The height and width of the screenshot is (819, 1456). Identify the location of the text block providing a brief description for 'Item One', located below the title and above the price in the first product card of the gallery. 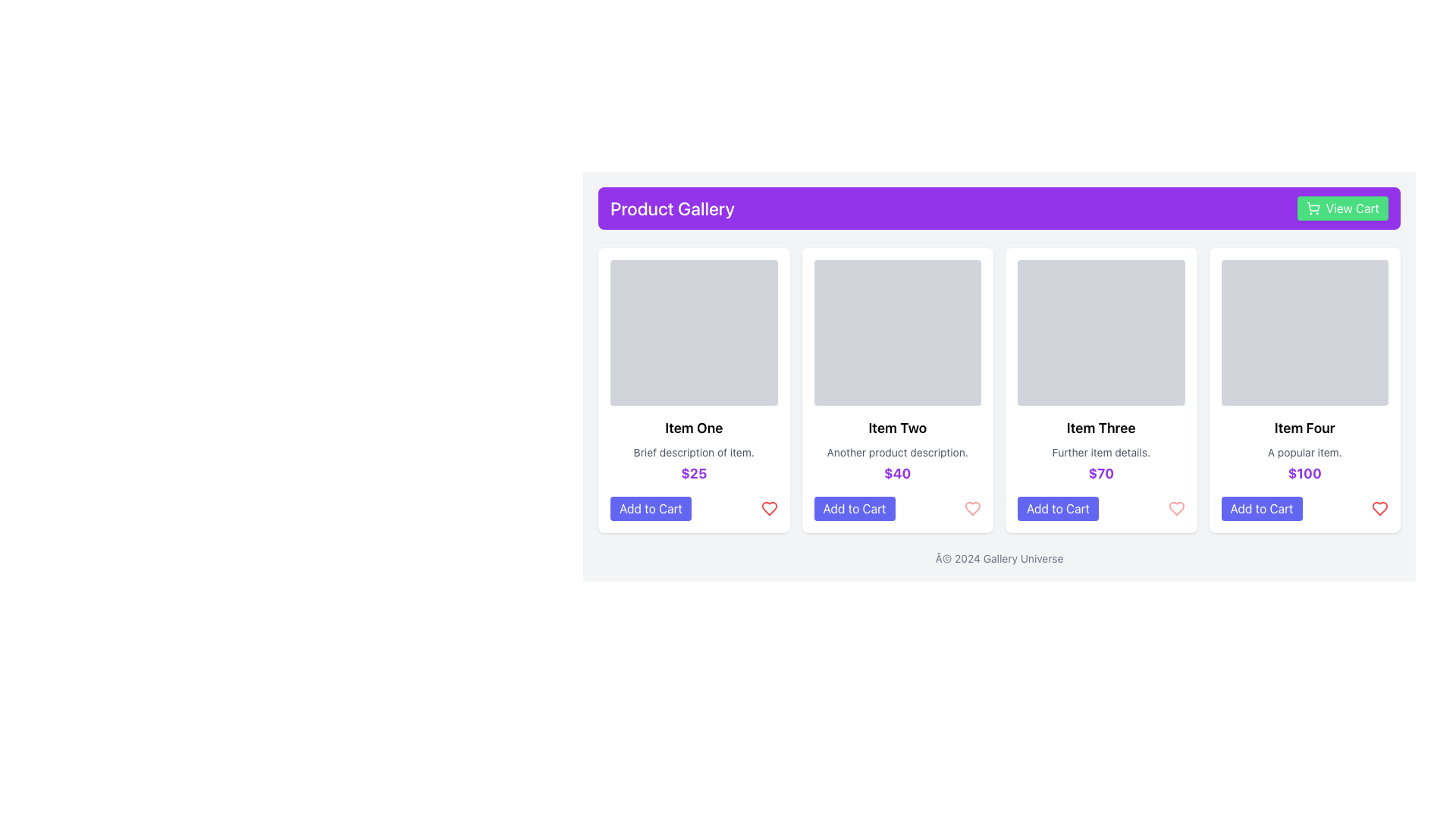
(693, 452).